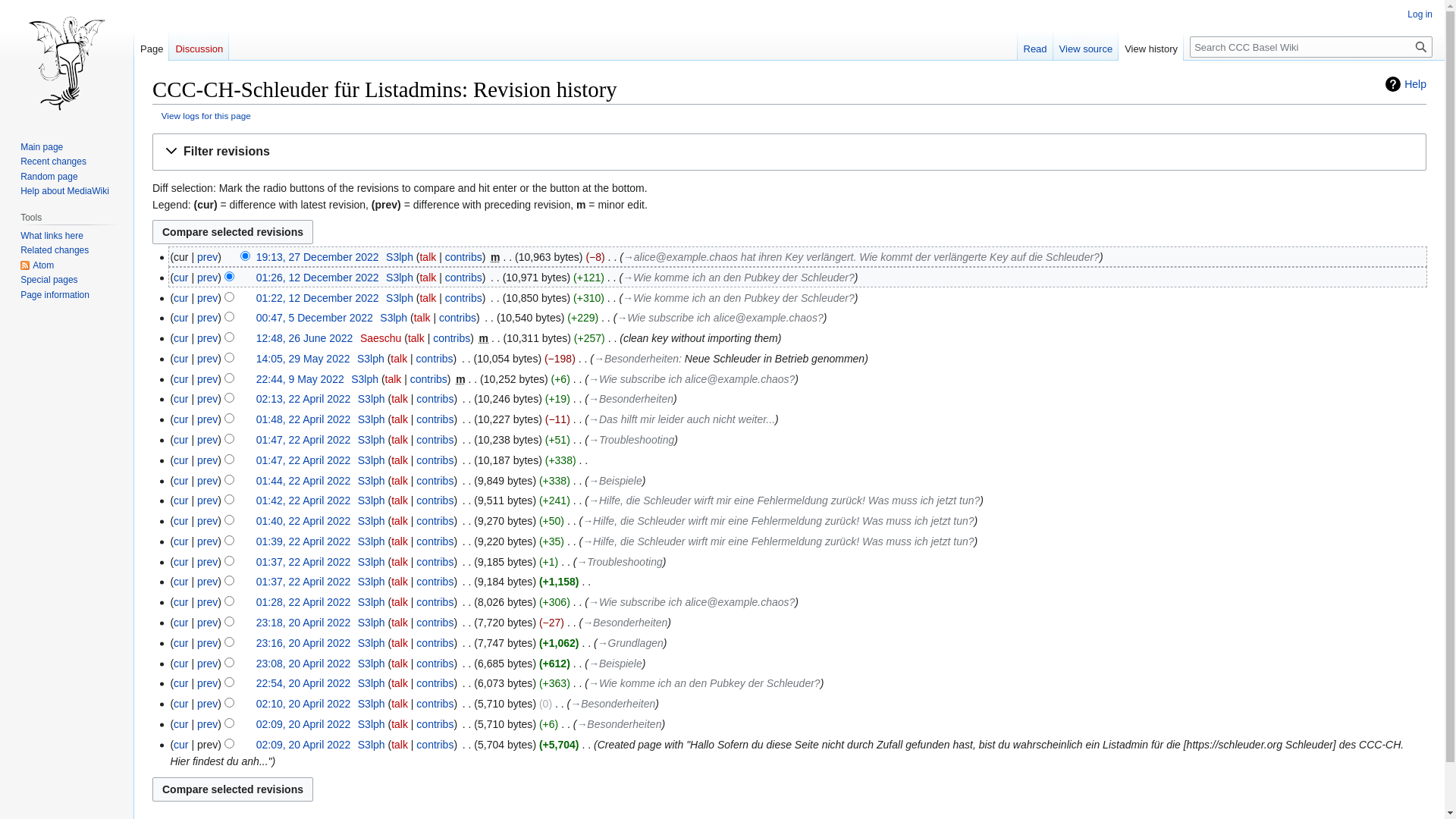 The height and width of the screenshot is (819, 1456). What do you see at coordinates (198, 45) in the screenshot?
I see `'Discussion'` at bounding box center [198, 45].